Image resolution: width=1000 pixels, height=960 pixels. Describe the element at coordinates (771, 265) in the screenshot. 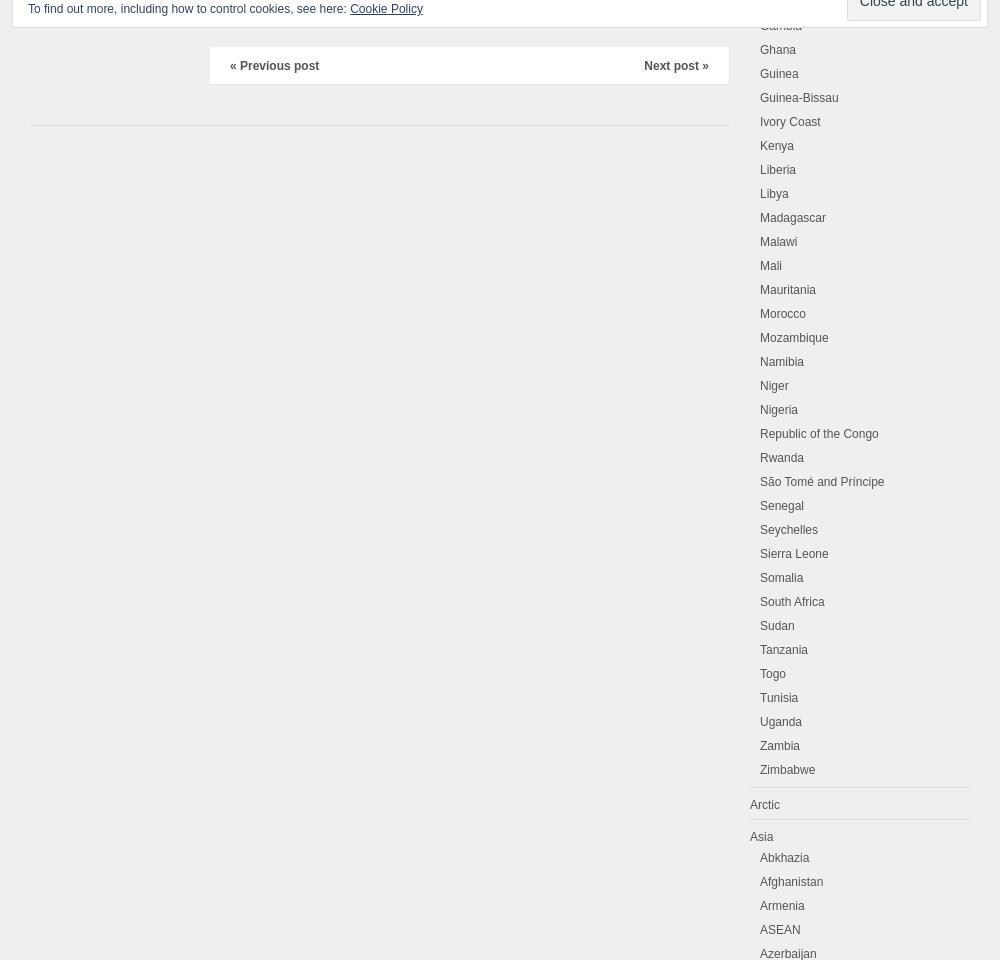

I see `'Mali'` at that location.